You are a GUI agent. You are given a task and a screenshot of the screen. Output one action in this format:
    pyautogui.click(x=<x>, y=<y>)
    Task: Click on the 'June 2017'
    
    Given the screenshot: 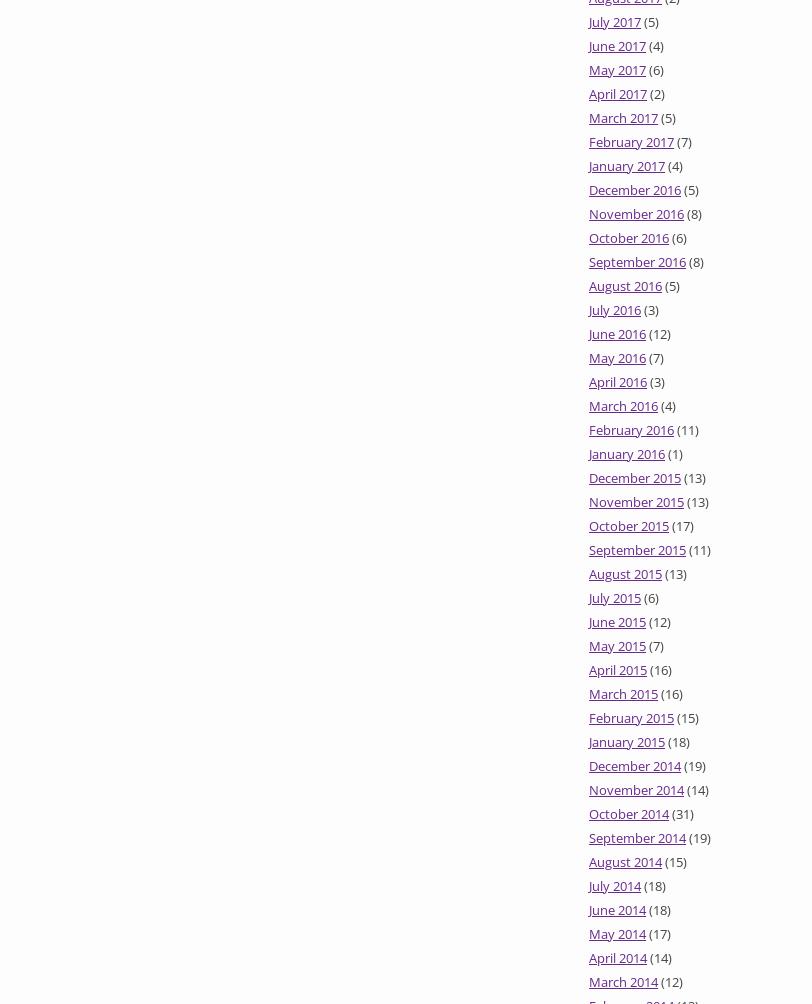 What is the action you would take?
    pyautogui.click(x=617, y=45)
    